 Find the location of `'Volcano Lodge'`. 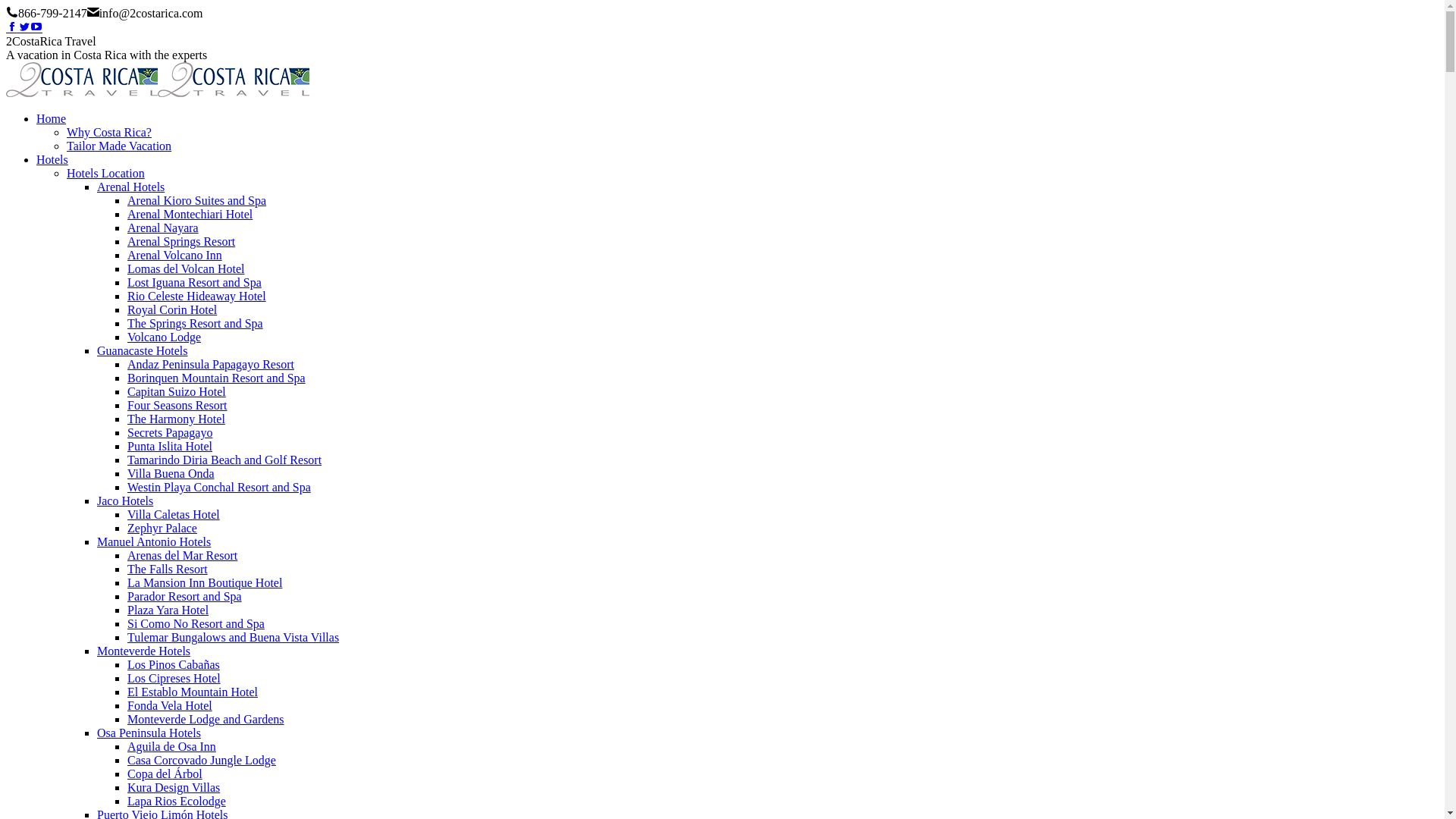

'Volcano Lodge' is located at coordinates (127, 336).